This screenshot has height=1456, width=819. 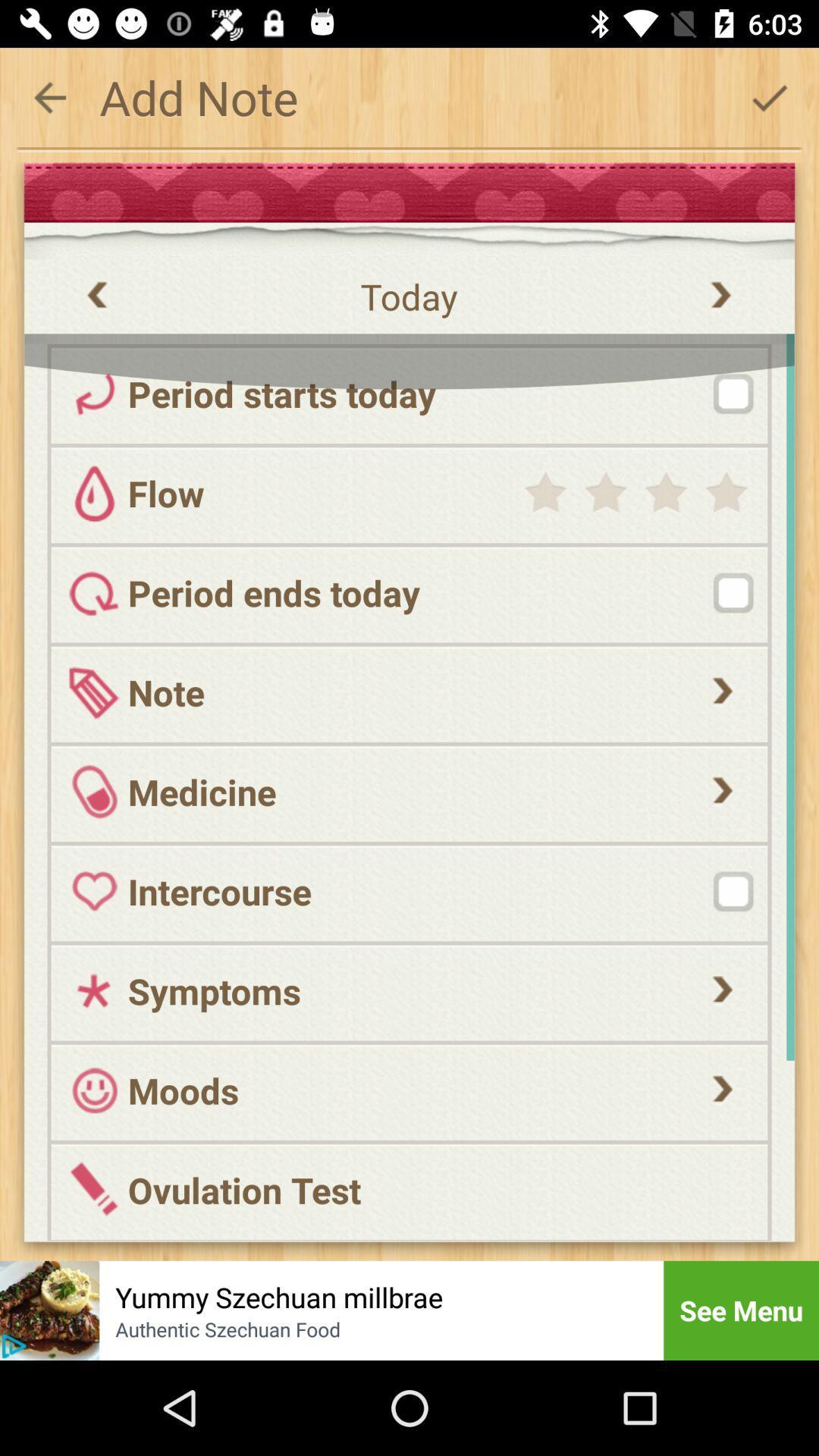 I want to click on the arrow_forward icon, so click(x=722, y=781).